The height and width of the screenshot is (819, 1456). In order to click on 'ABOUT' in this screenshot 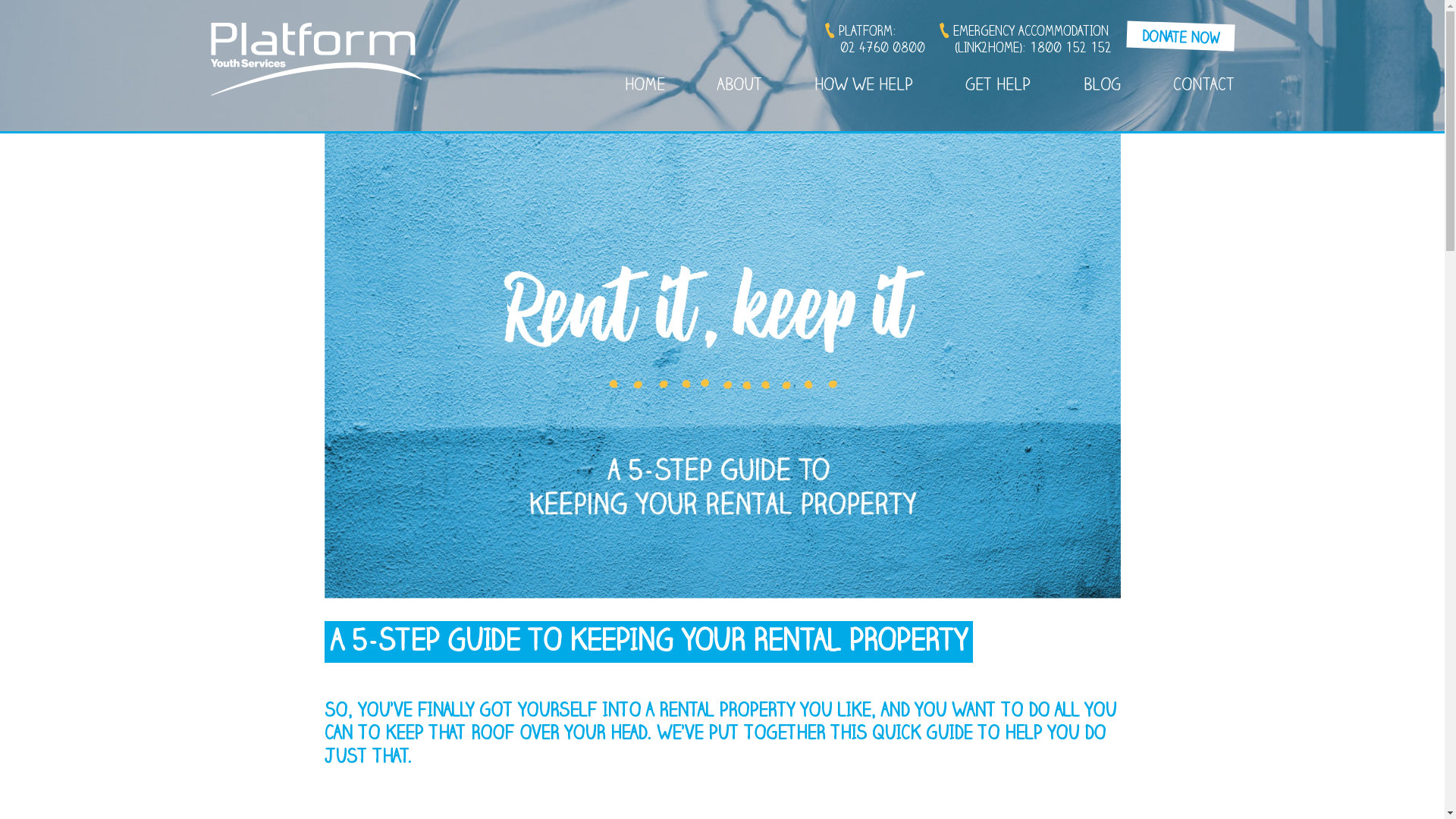, I will do `click(739, 87)`.